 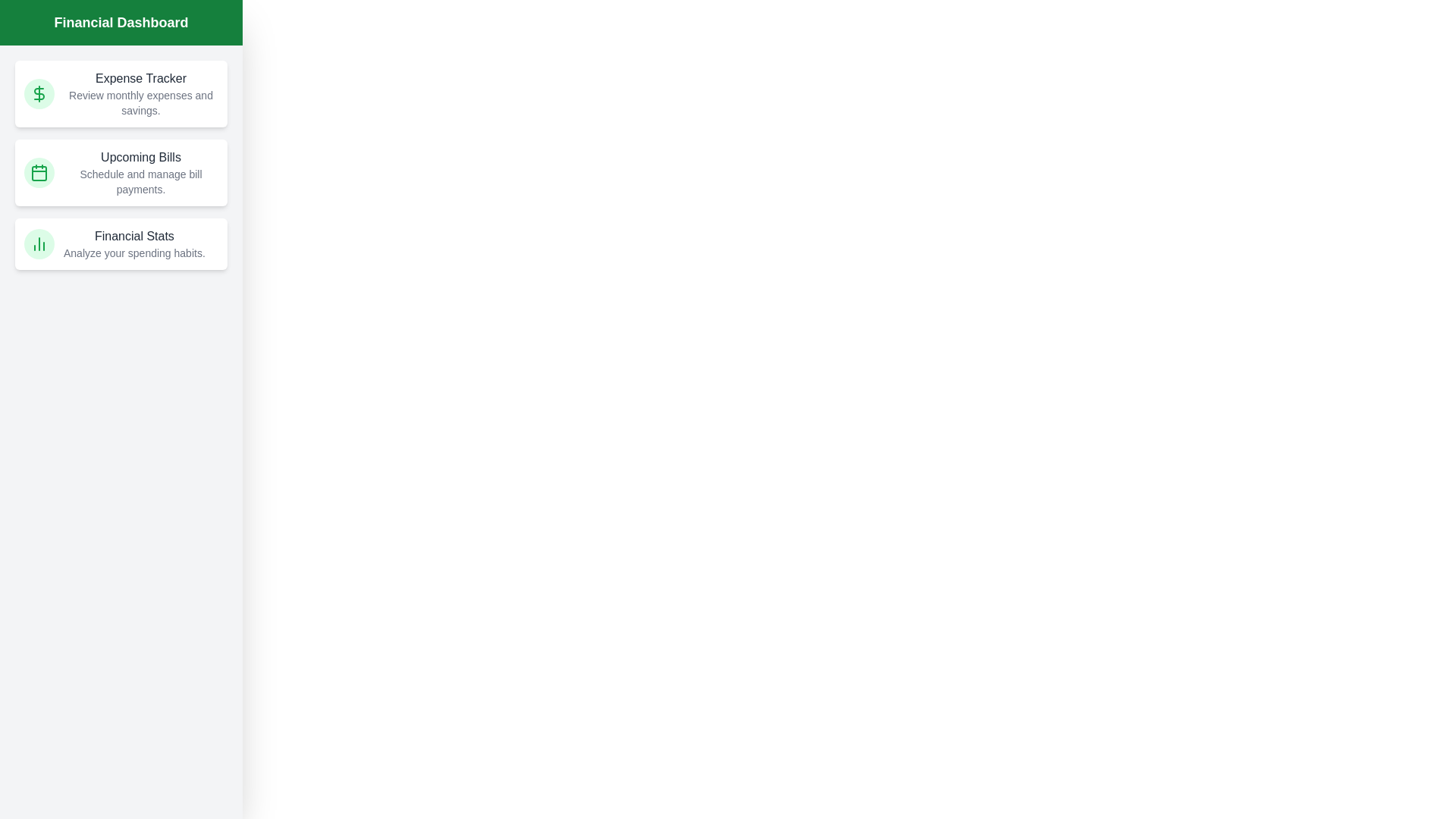 What do you see at coordinates (33, 33) in the screenshot?
I see `toggle button at the top-left corner to toggle the visibility of the drawer` at bounding box center [33, 33].